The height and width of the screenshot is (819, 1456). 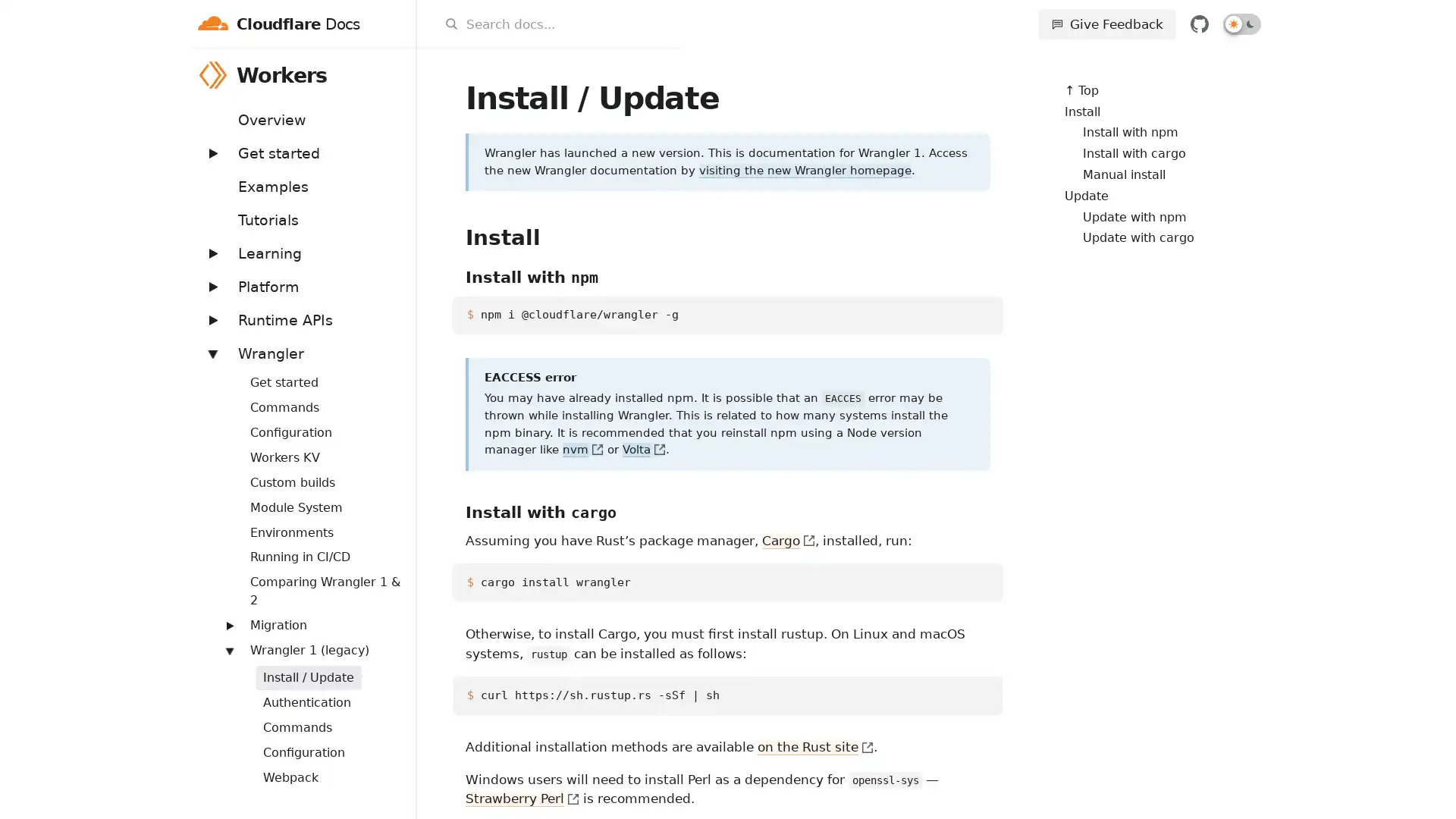 What do you see at coordinates (221, 640) in the screenshot?
I see `Expand: Routing` at bounding box center [221, 640].